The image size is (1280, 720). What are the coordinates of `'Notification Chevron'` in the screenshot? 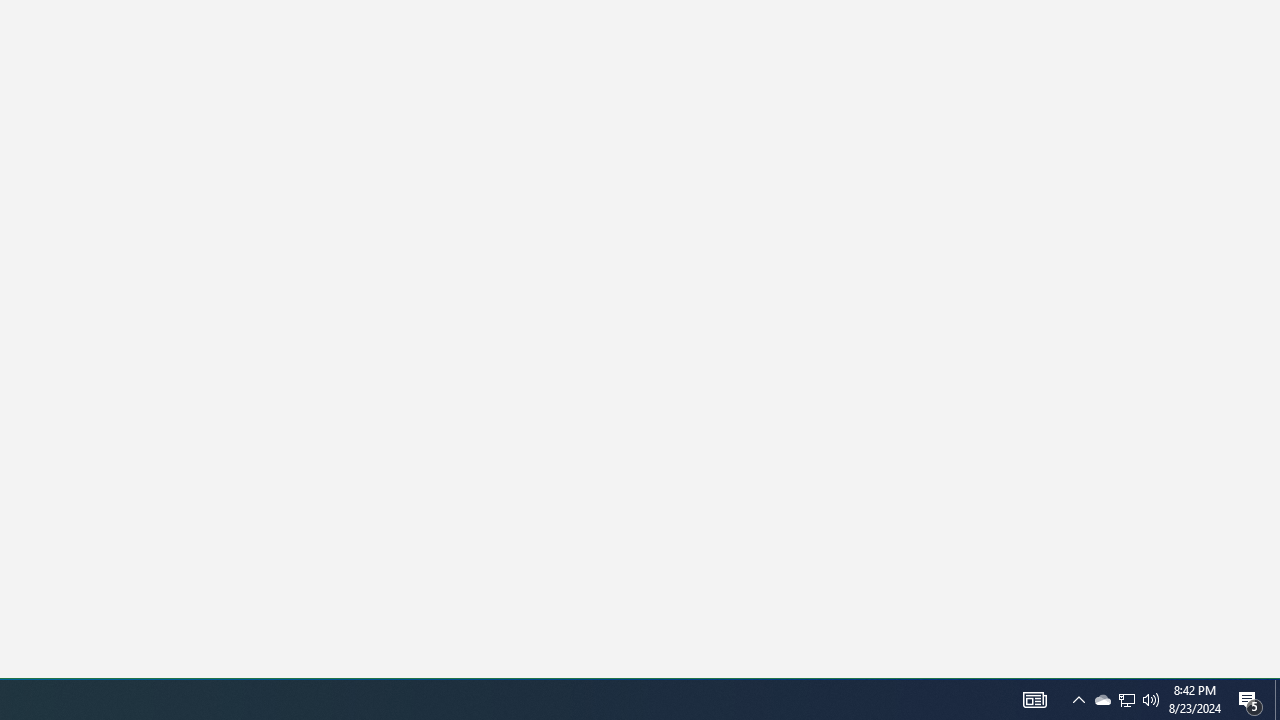 It's located at (1127, 698).